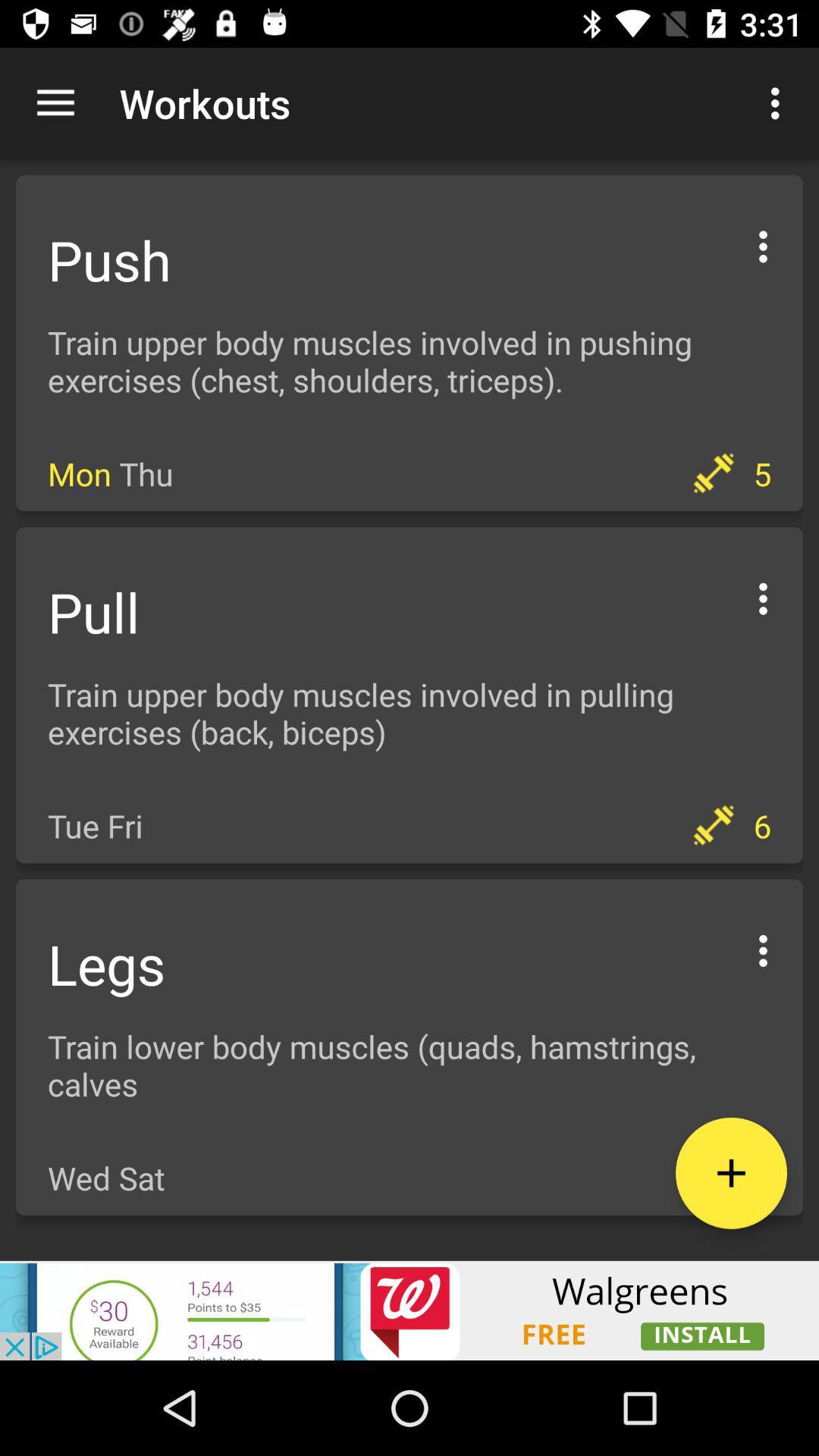 The width and height of the screenshot is (819, 1456). I want to click on menu options, so click(763, 595).